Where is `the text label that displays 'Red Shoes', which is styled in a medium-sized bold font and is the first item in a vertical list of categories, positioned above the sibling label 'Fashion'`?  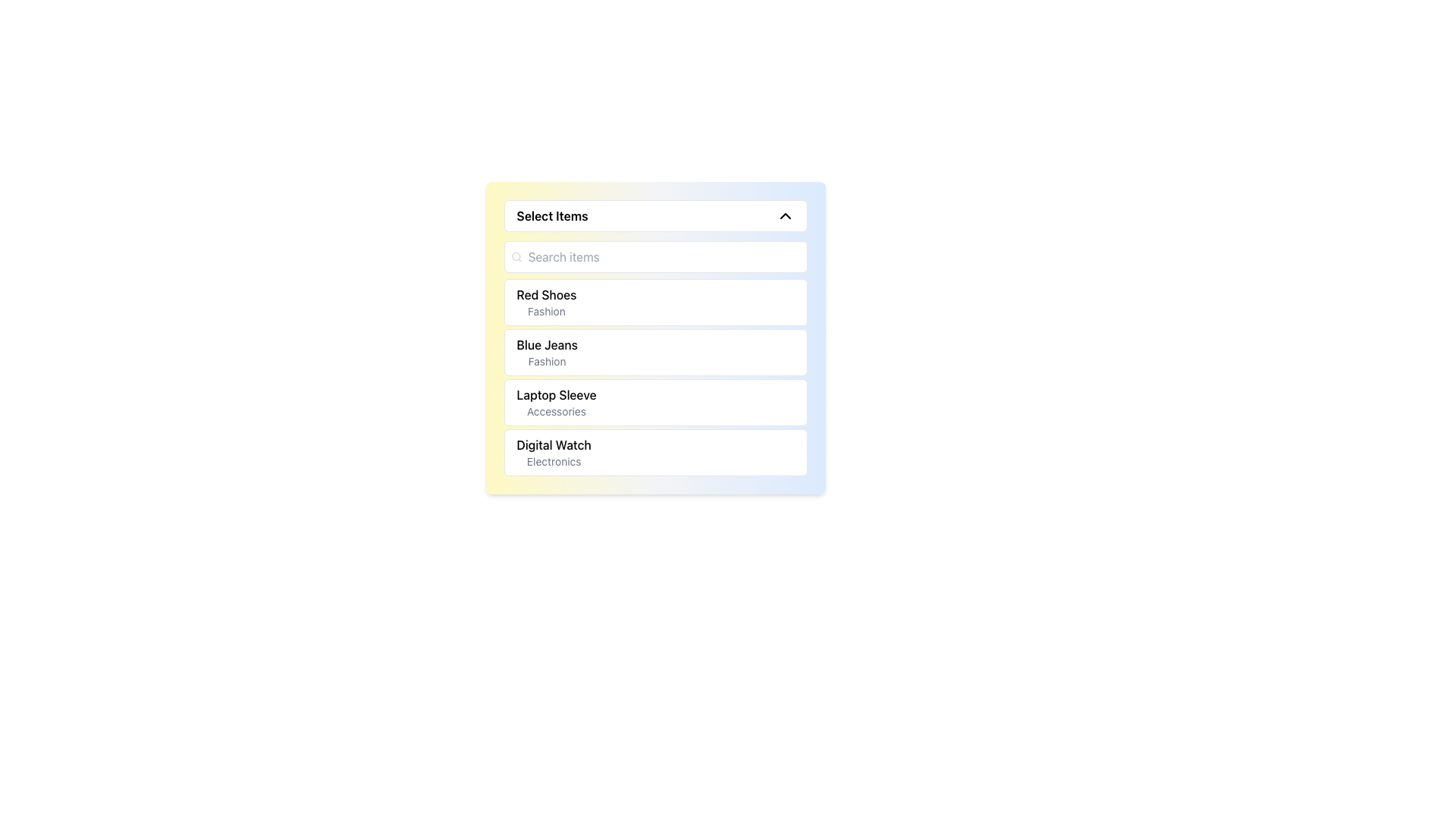 the text label that displays 'Red Shoes', which is styled in a medium-sized bold font and is the first item in a vertical list of categories, positioned above the sibling label 'Fashion' is located at coordinates (546, 295).